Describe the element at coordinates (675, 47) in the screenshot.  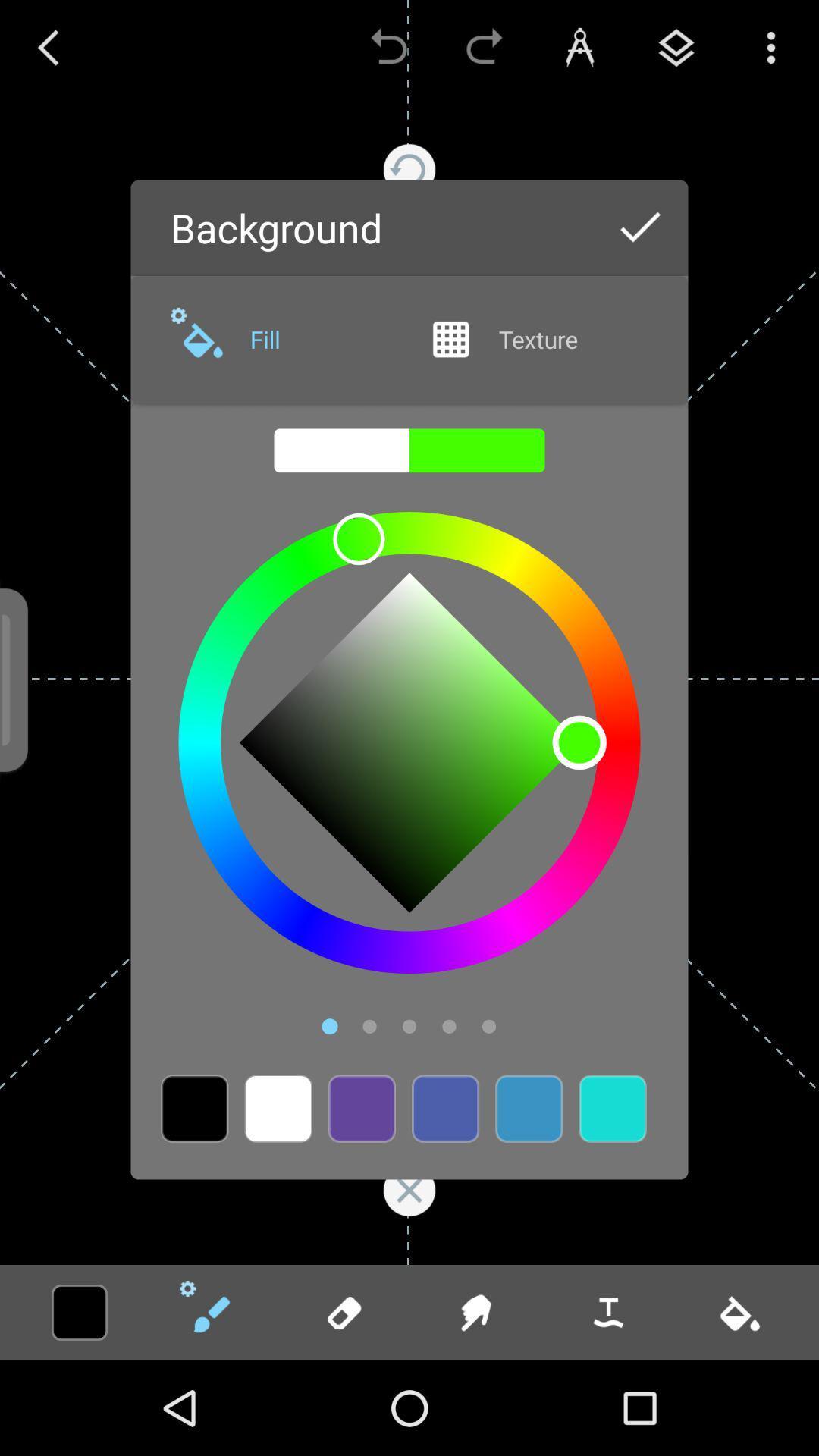
I see `the layers icon` at that location.